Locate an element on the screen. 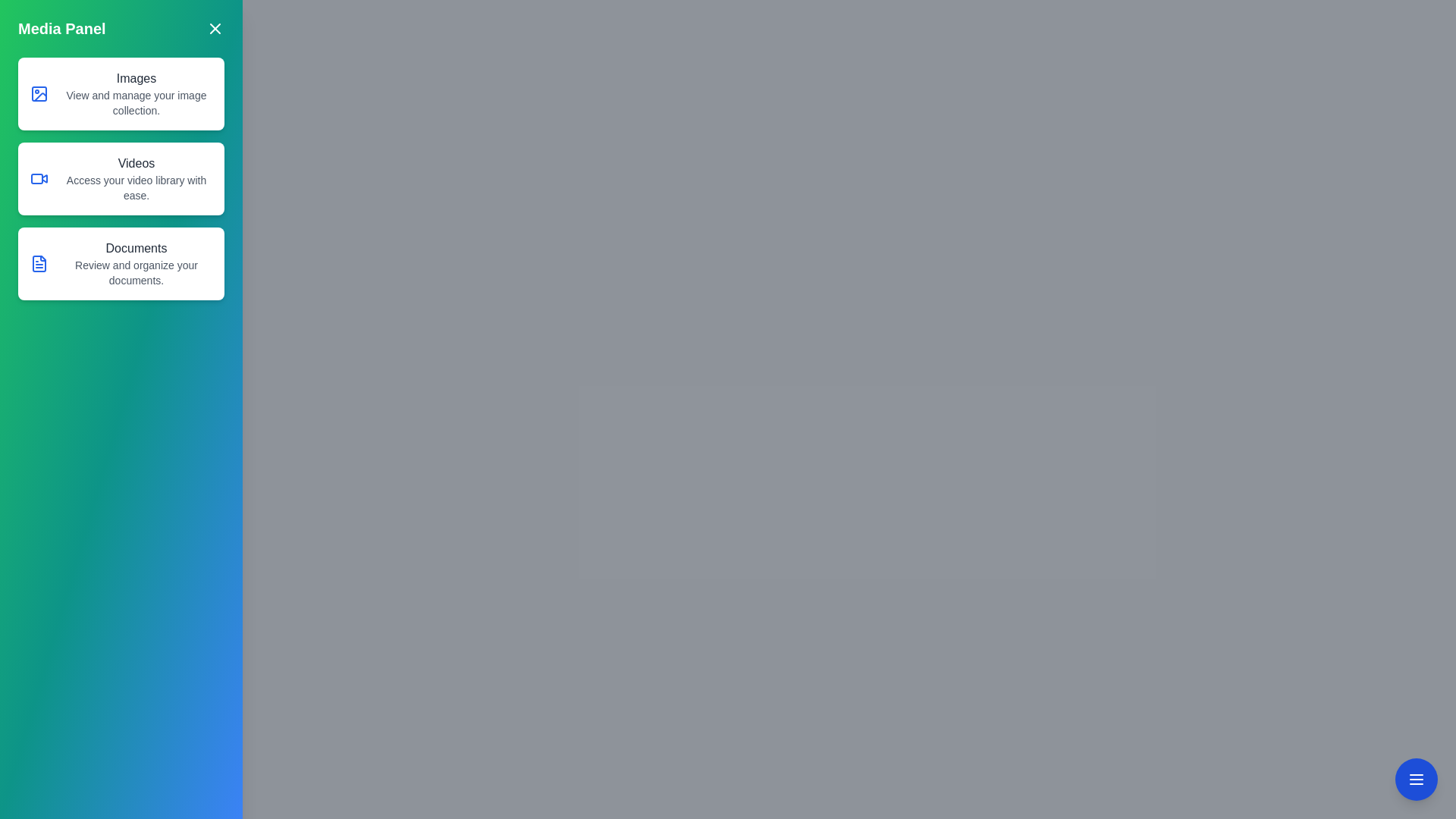  title of the Text Label that displays 'Media Panel' in bold, larger font on the left side of the header area is located at coordinates (61, 29).